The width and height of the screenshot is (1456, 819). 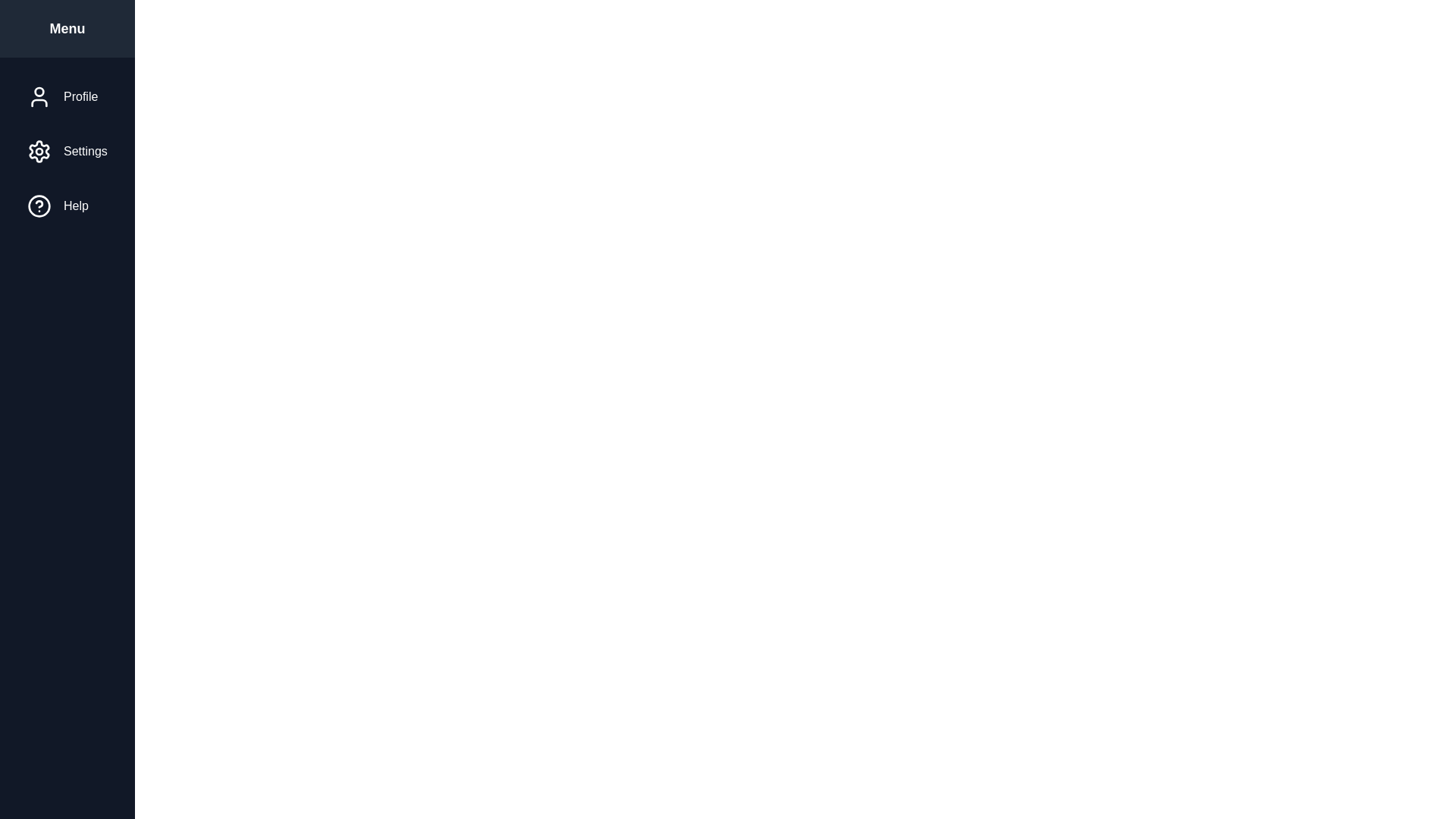 What do you see at coordinates (65, 152) in the screenshot?
I see `the menu option Settings` at bounding box center [65, 152].